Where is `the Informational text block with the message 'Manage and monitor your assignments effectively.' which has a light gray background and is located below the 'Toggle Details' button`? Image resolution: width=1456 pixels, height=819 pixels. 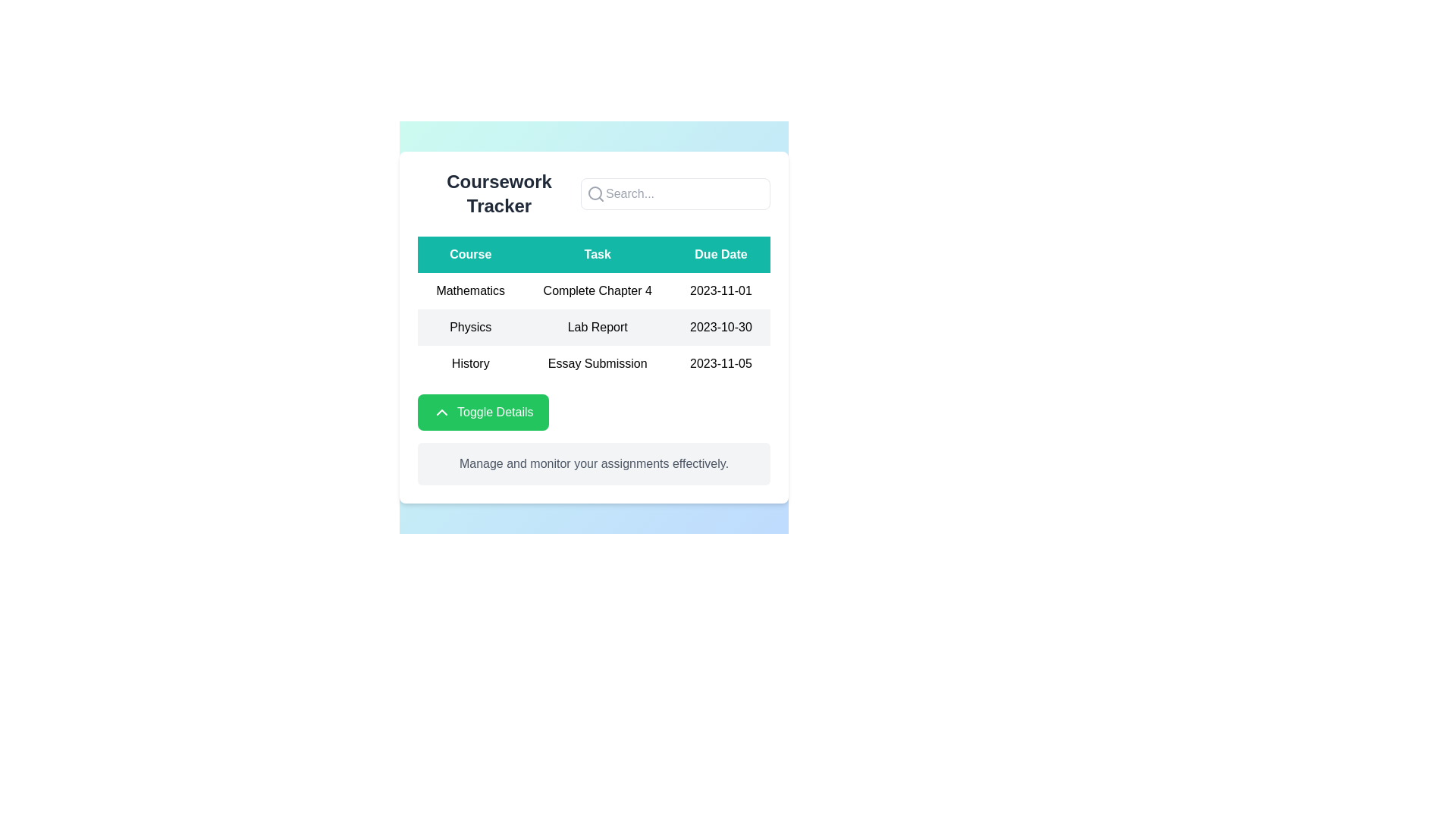 the Informational text block with the message 'Manage and monitor your assignments effectively.' which has a light gray background and is located below the 'Toggle Details' button is located at coordinates (593, 463).